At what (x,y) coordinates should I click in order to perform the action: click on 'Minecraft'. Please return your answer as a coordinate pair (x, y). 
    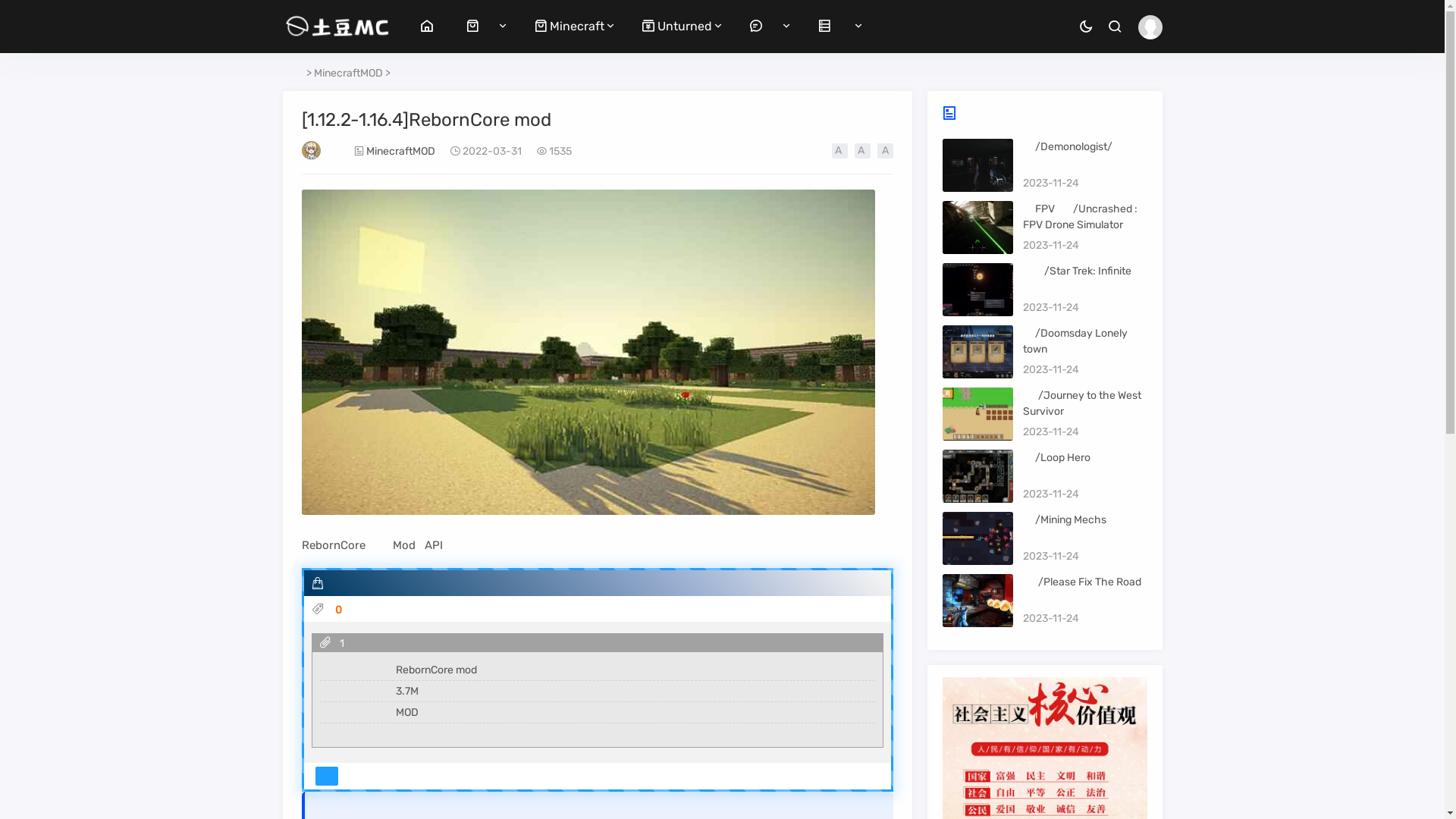
    Looking at the image, I should click on (568, 26).